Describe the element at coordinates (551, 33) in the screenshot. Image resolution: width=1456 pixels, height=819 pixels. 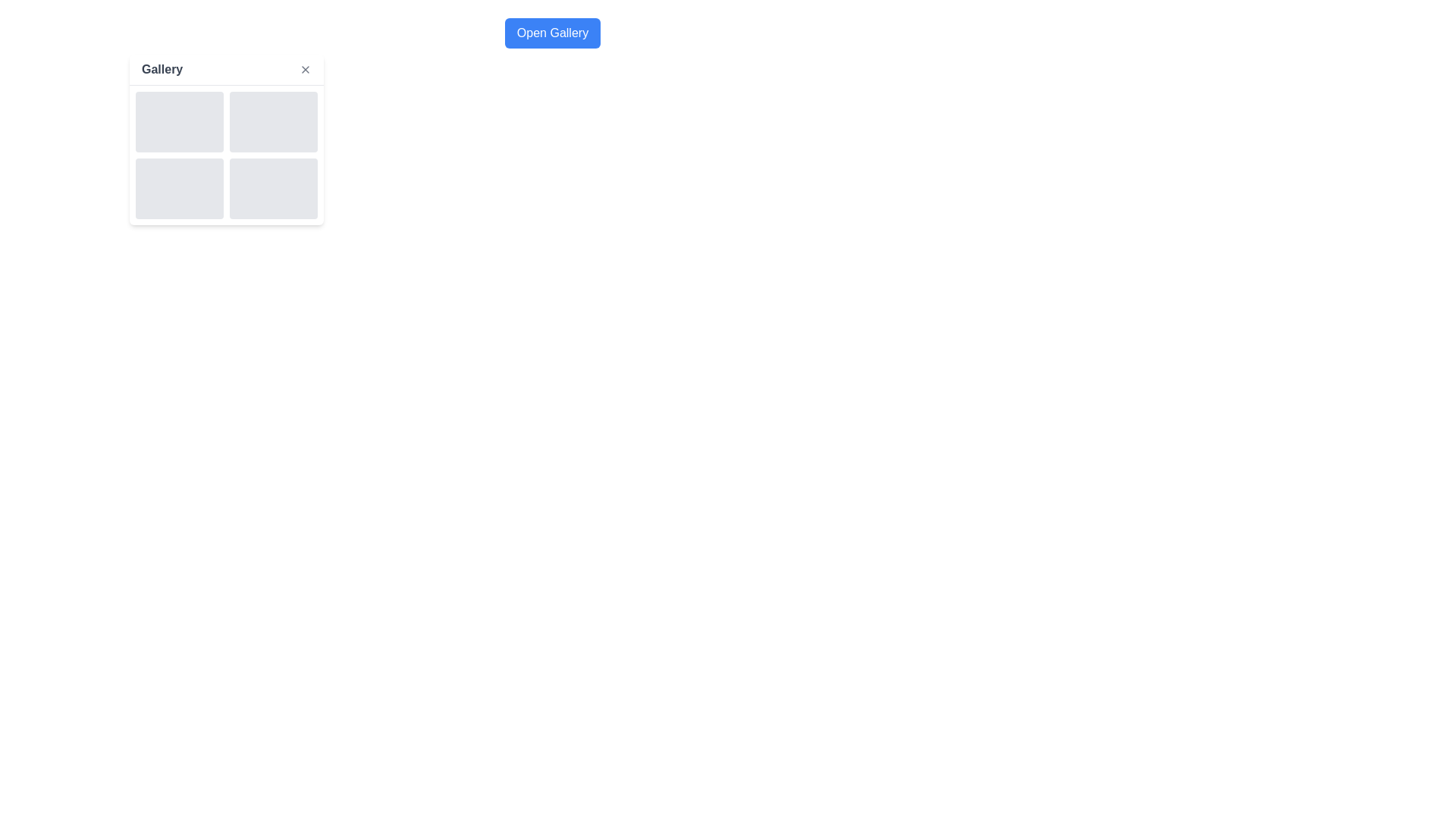
I see `the rounded button with a bright blue background and white text labeled 'Open Gallery'` at that location.